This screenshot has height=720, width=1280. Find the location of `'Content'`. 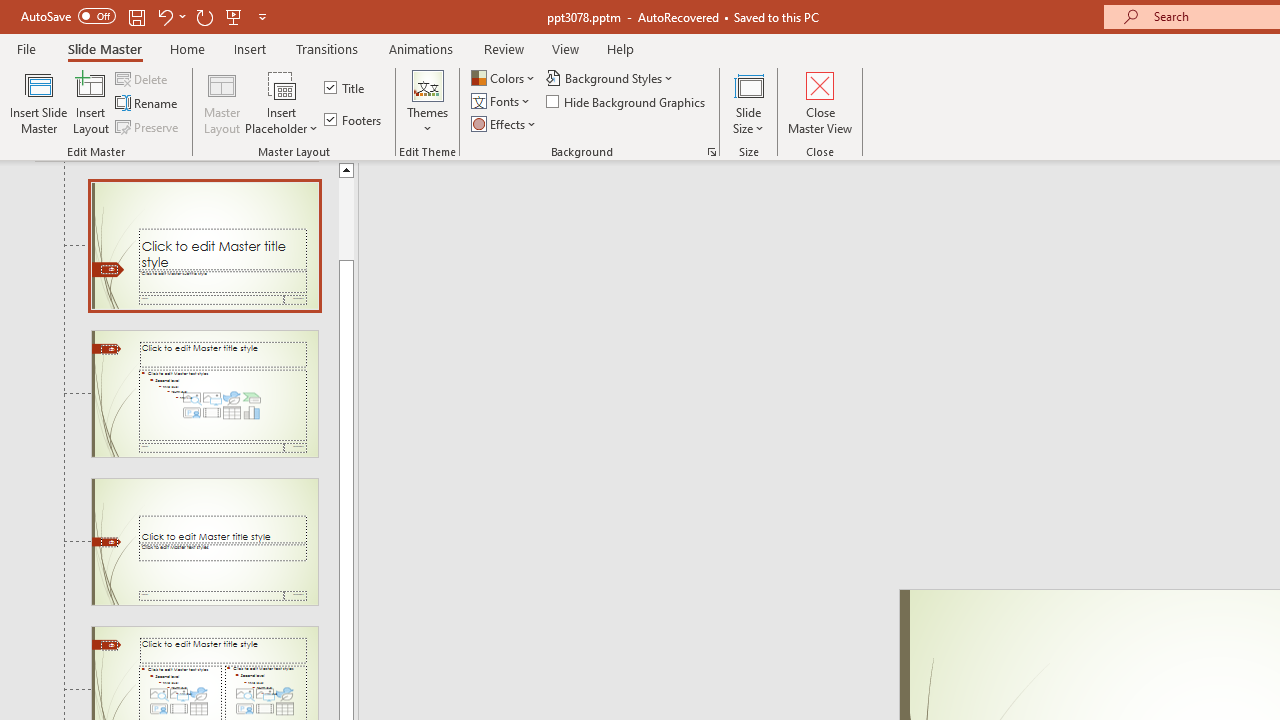

'Content' is located at coordinates (281, 84).